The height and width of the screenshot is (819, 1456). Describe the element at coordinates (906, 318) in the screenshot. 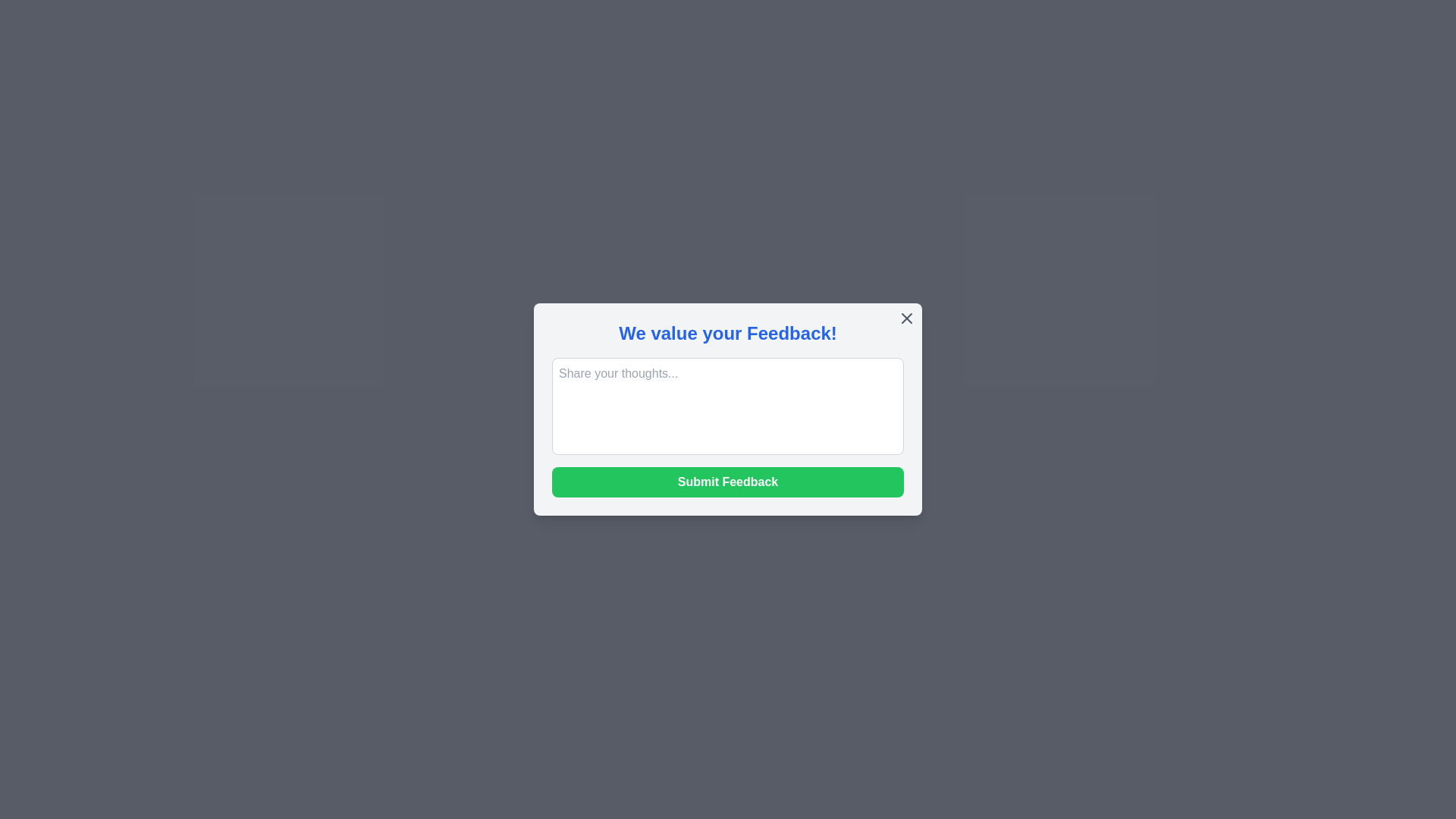

I see `'X' button in the top-right corner of the feedback panel to close it` at that location.